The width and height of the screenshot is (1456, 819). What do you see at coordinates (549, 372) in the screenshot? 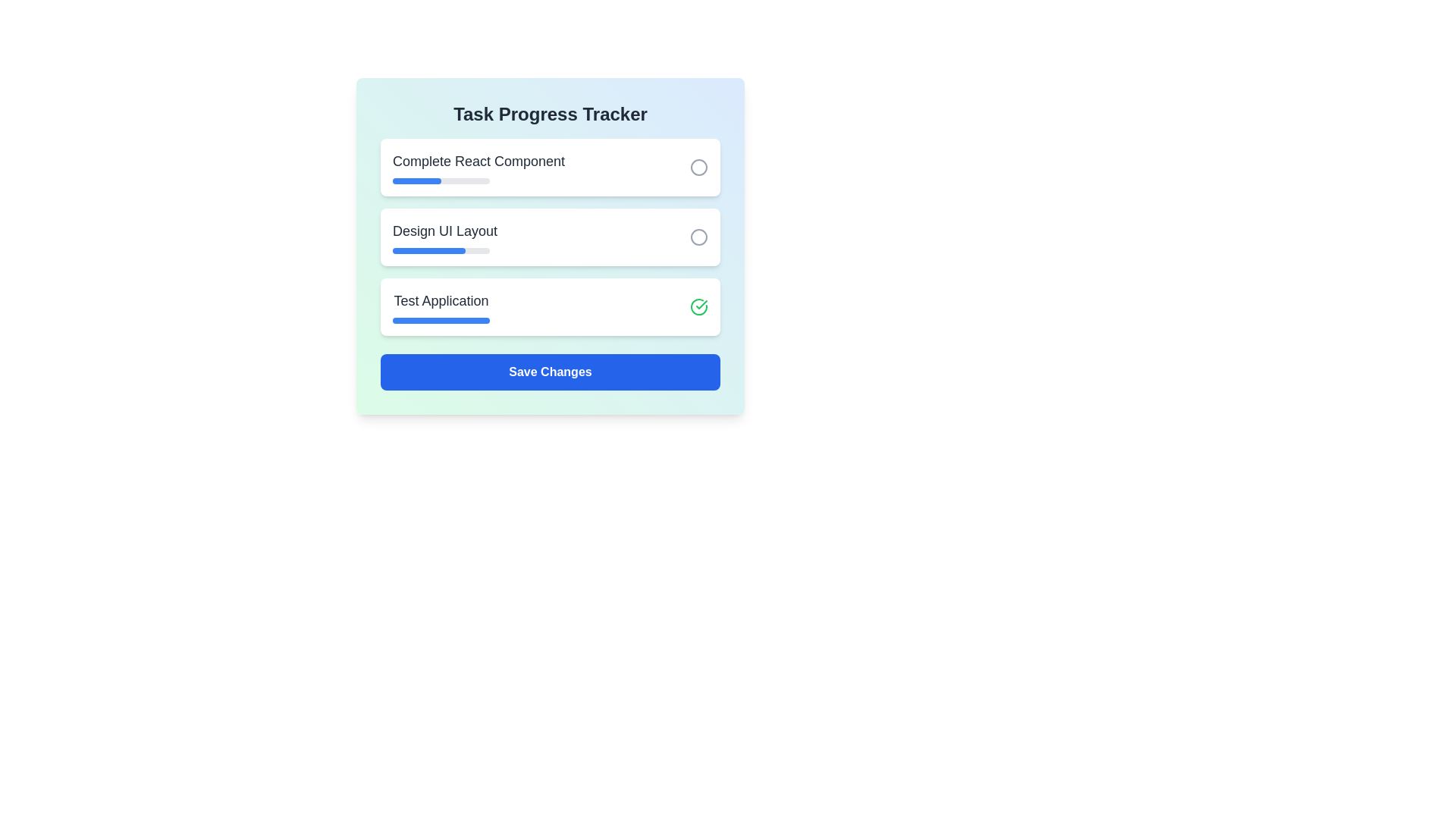
I see `the 'Save Changes' button` at bounding box center [549, 372].